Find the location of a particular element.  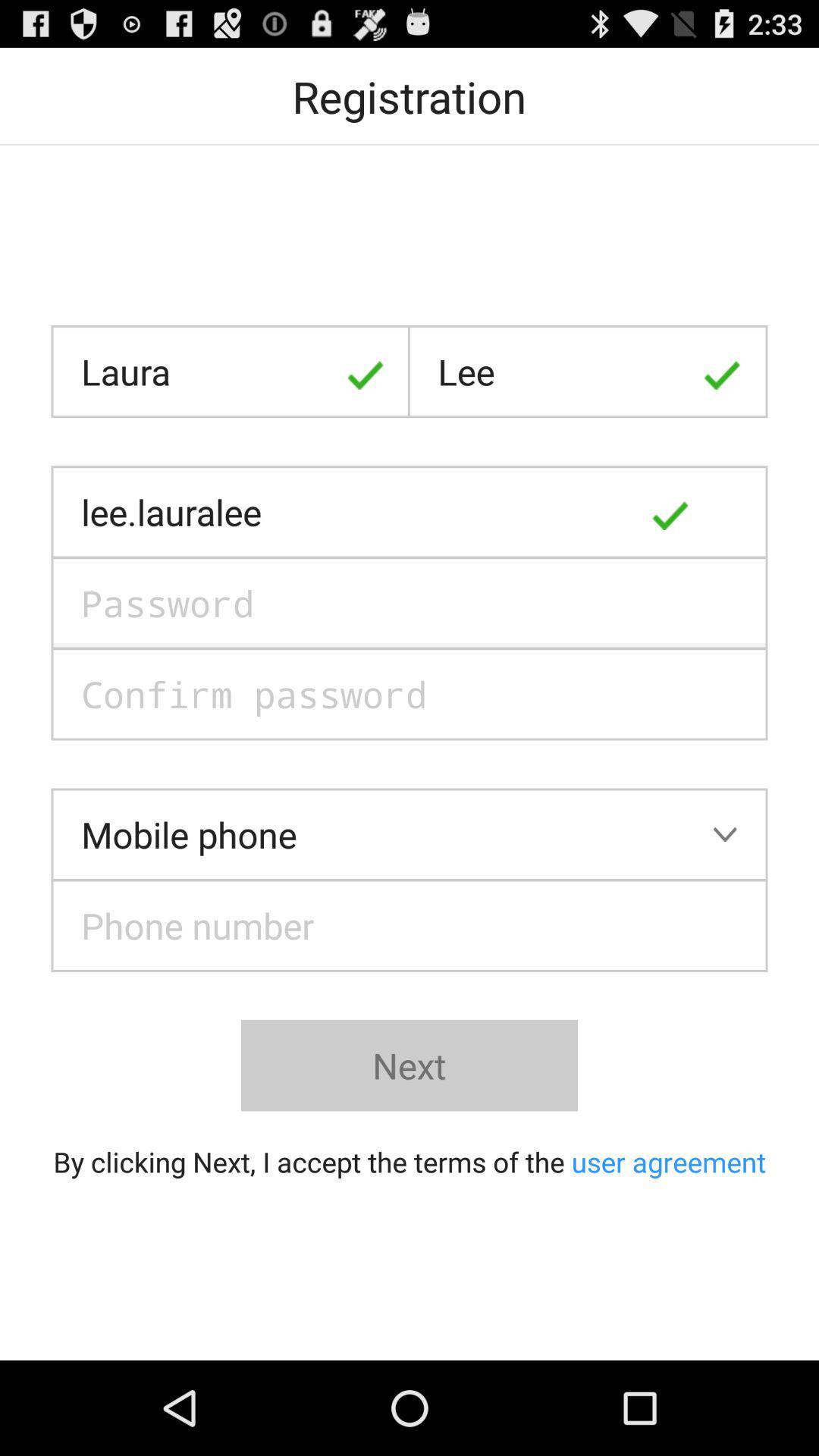

laura icon is located at coordinates (231, 372).